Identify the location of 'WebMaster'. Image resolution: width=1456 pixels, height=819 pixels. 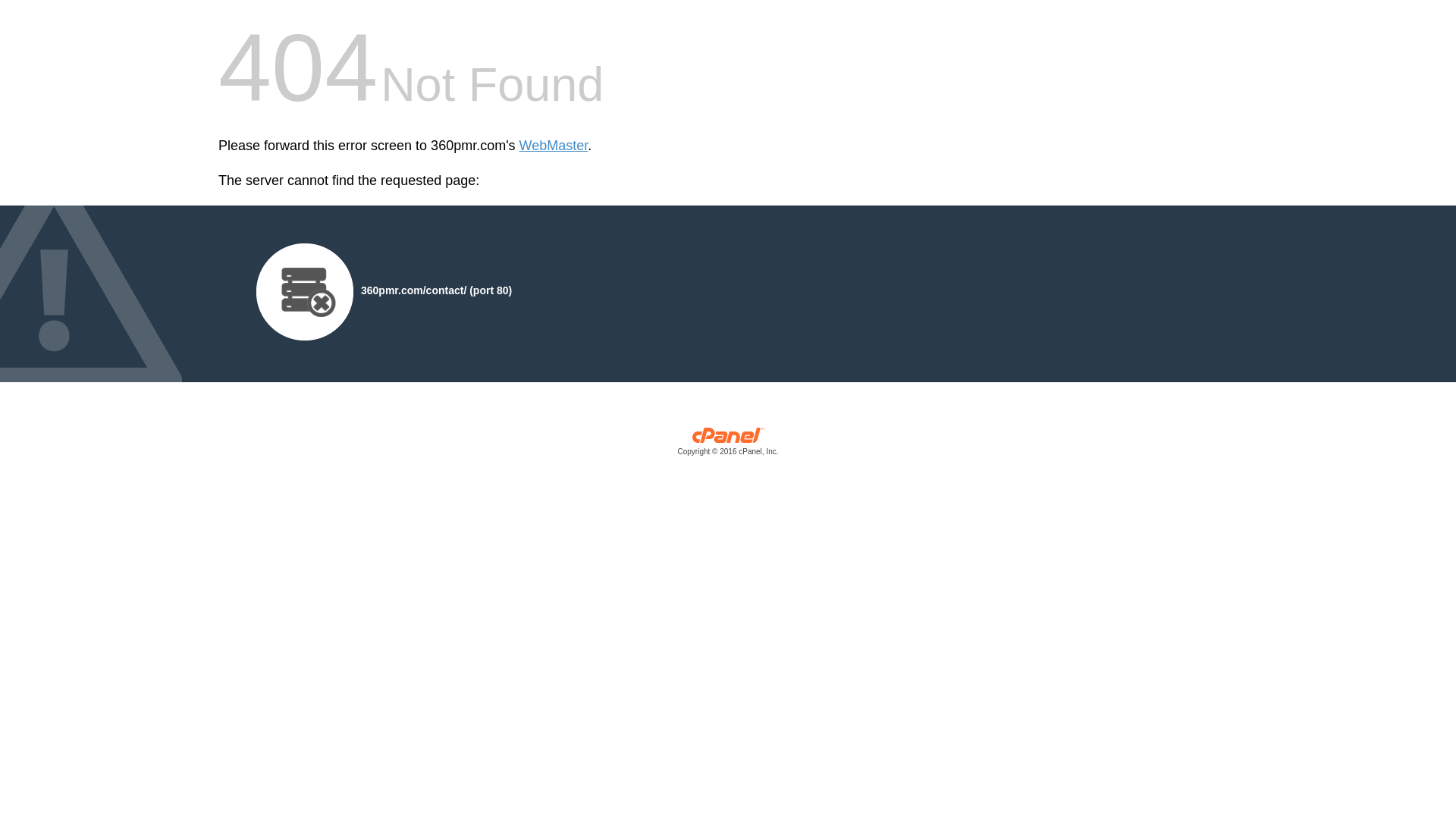
(553, 146).